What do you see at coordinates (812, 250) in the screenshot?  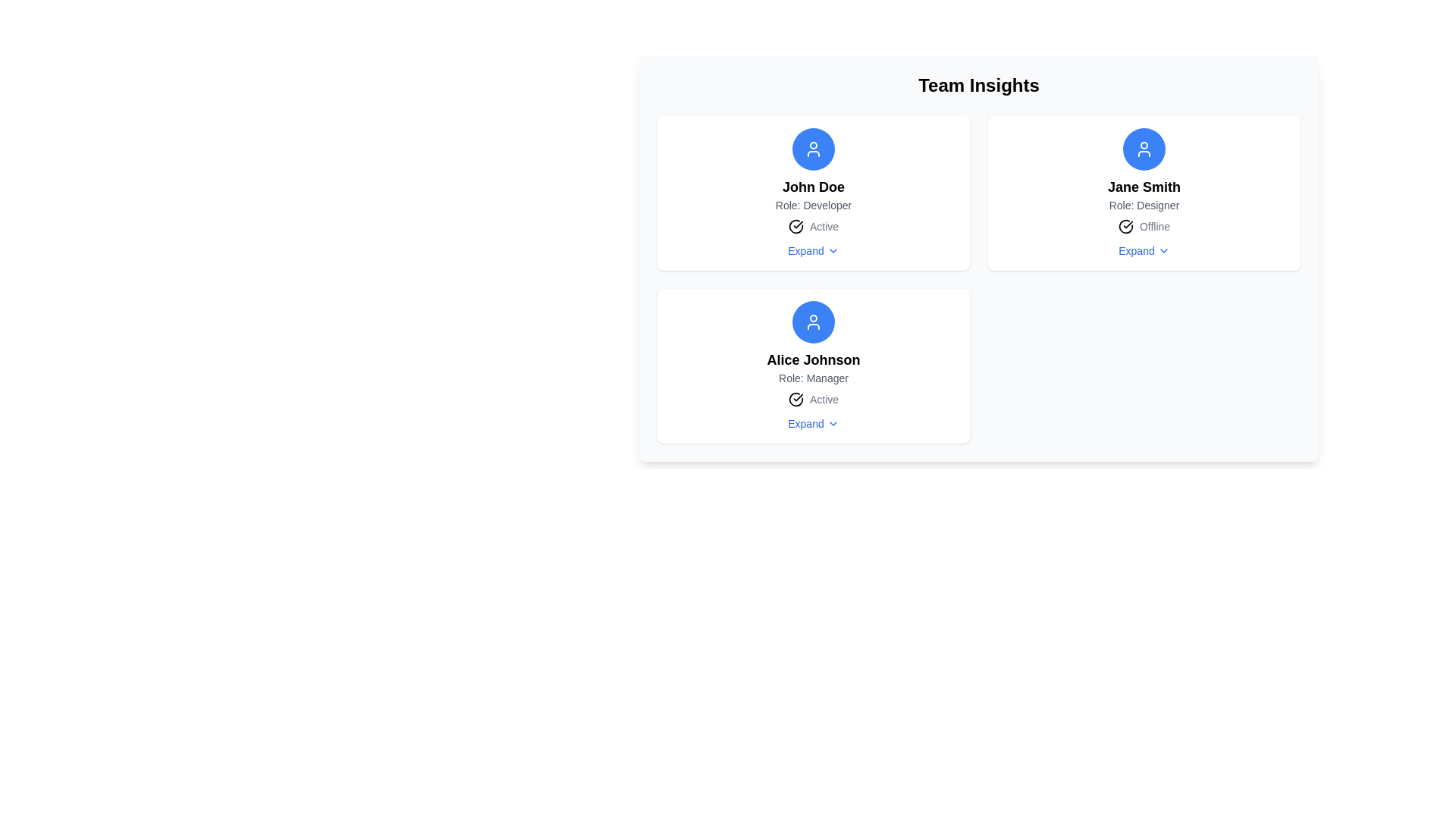 I see `the interactive text with an icon located at the bottom part of the 'John Doe' card in the 'Team Insights' section` at bounding box center [812, 250].